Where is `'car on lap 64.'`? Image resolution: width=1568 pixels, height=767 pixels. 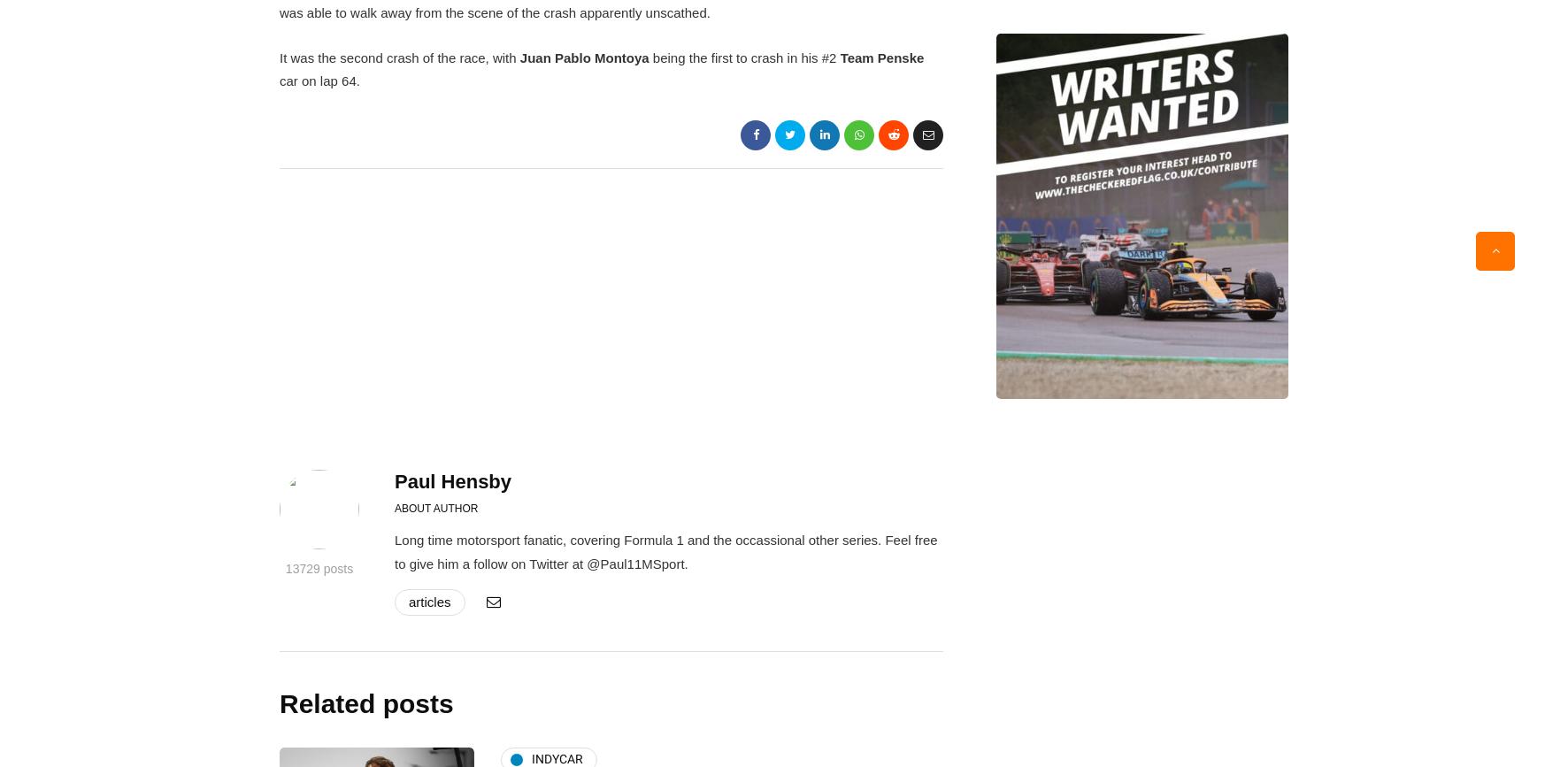
'car on lap 64.' is located at coordinates (319, 81).